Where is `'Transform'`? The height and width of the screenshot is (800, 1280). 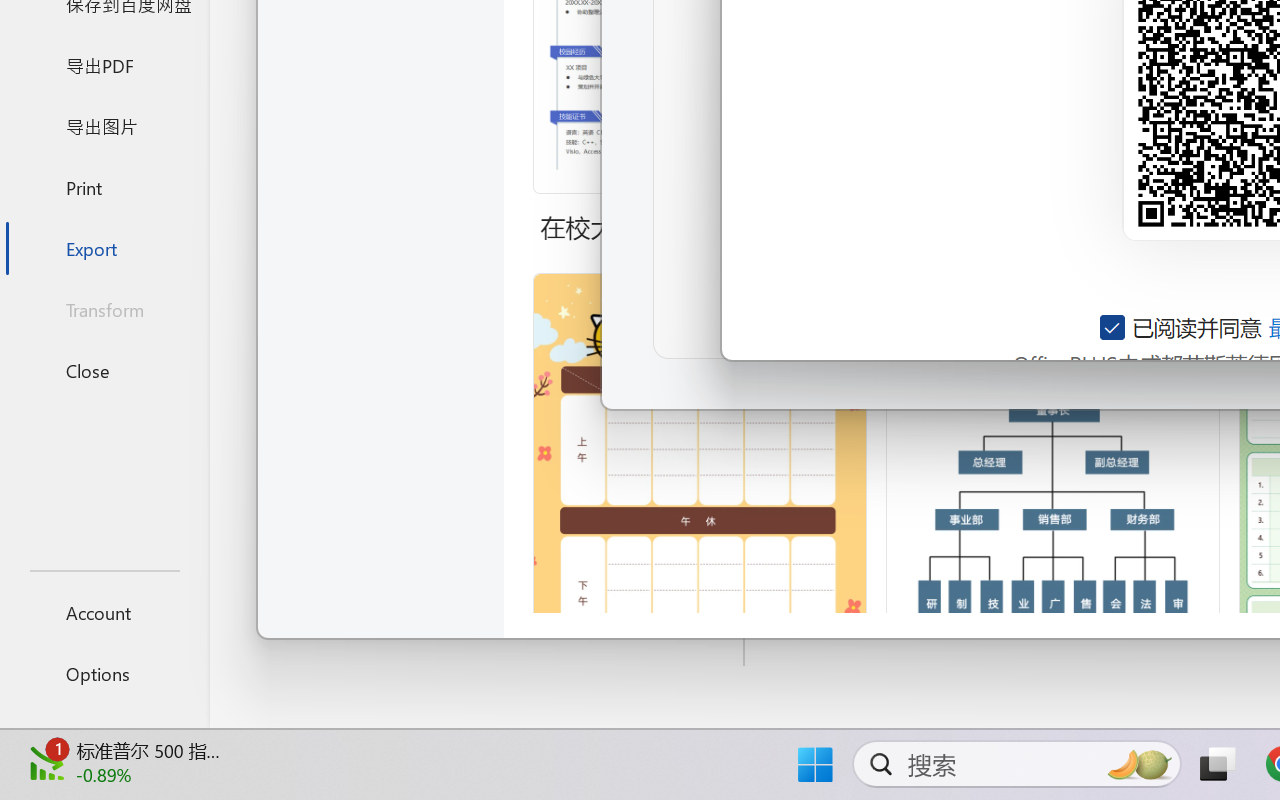 'Transform' is located at coordinates (103, 308).